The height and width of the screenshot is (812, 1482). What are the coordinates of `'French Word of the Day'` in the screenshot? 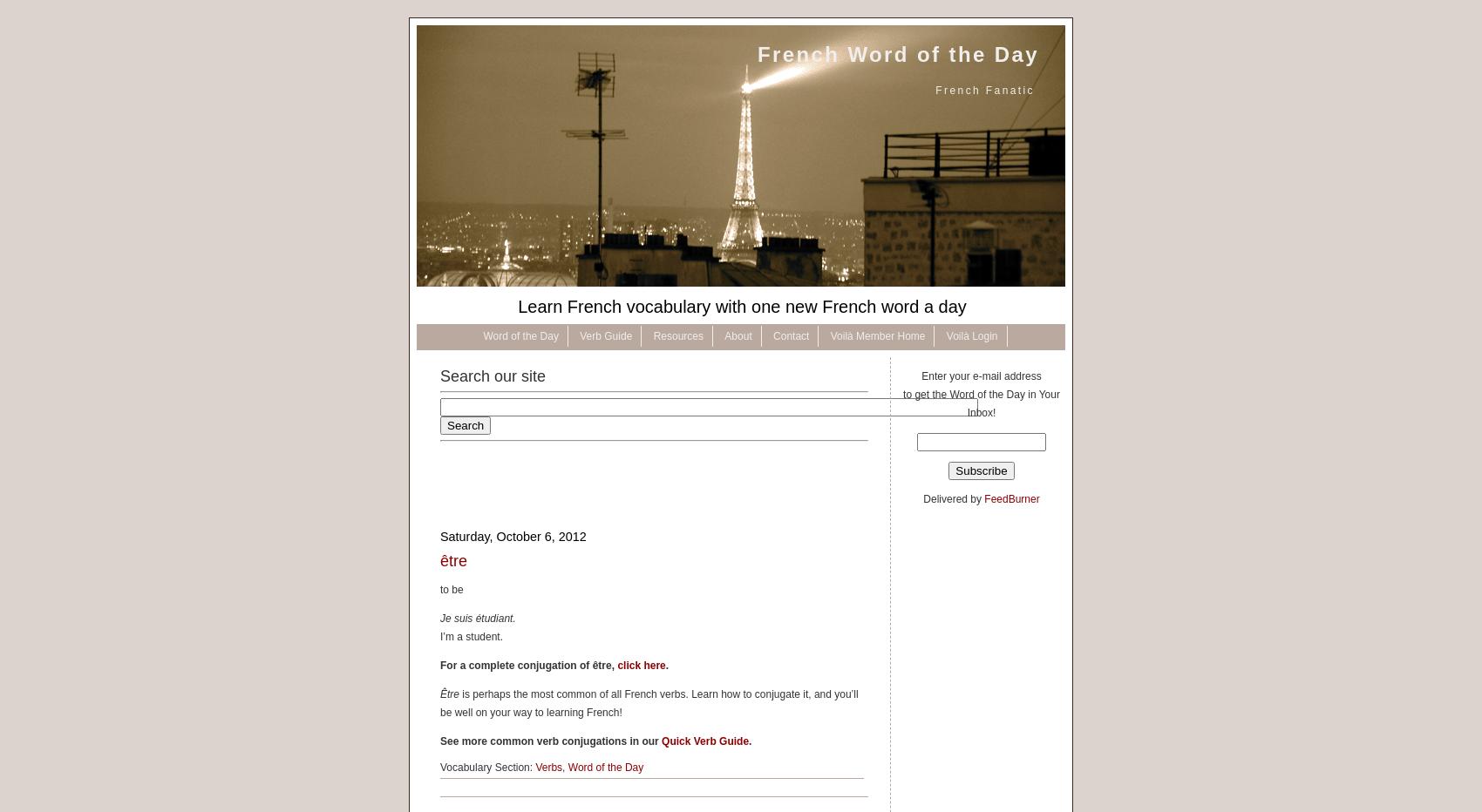 It's located at (897, 54).